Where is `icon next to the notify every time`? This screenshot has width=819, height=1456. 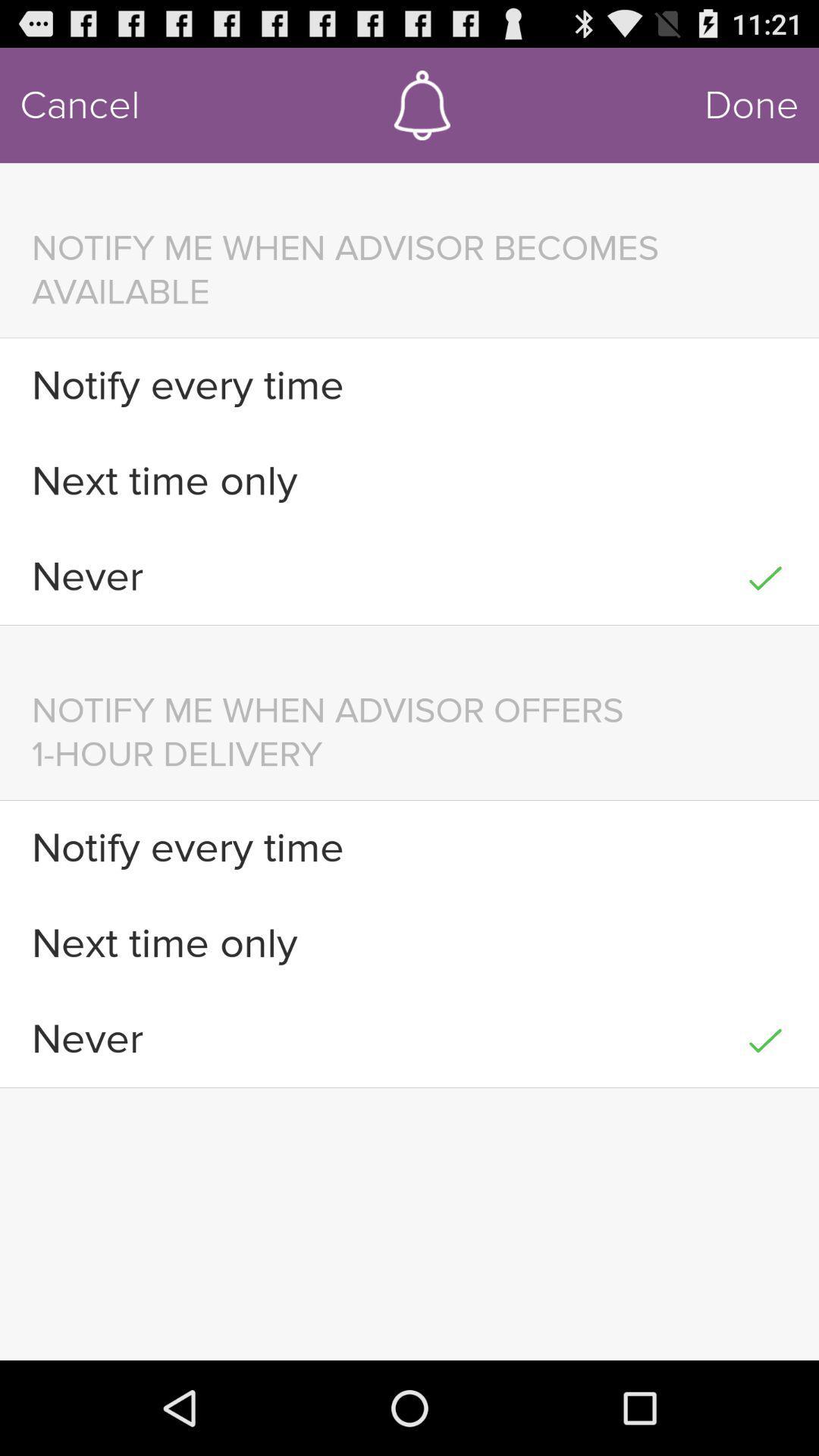 icon next to the notify every time is located at coordinates (765, 847).